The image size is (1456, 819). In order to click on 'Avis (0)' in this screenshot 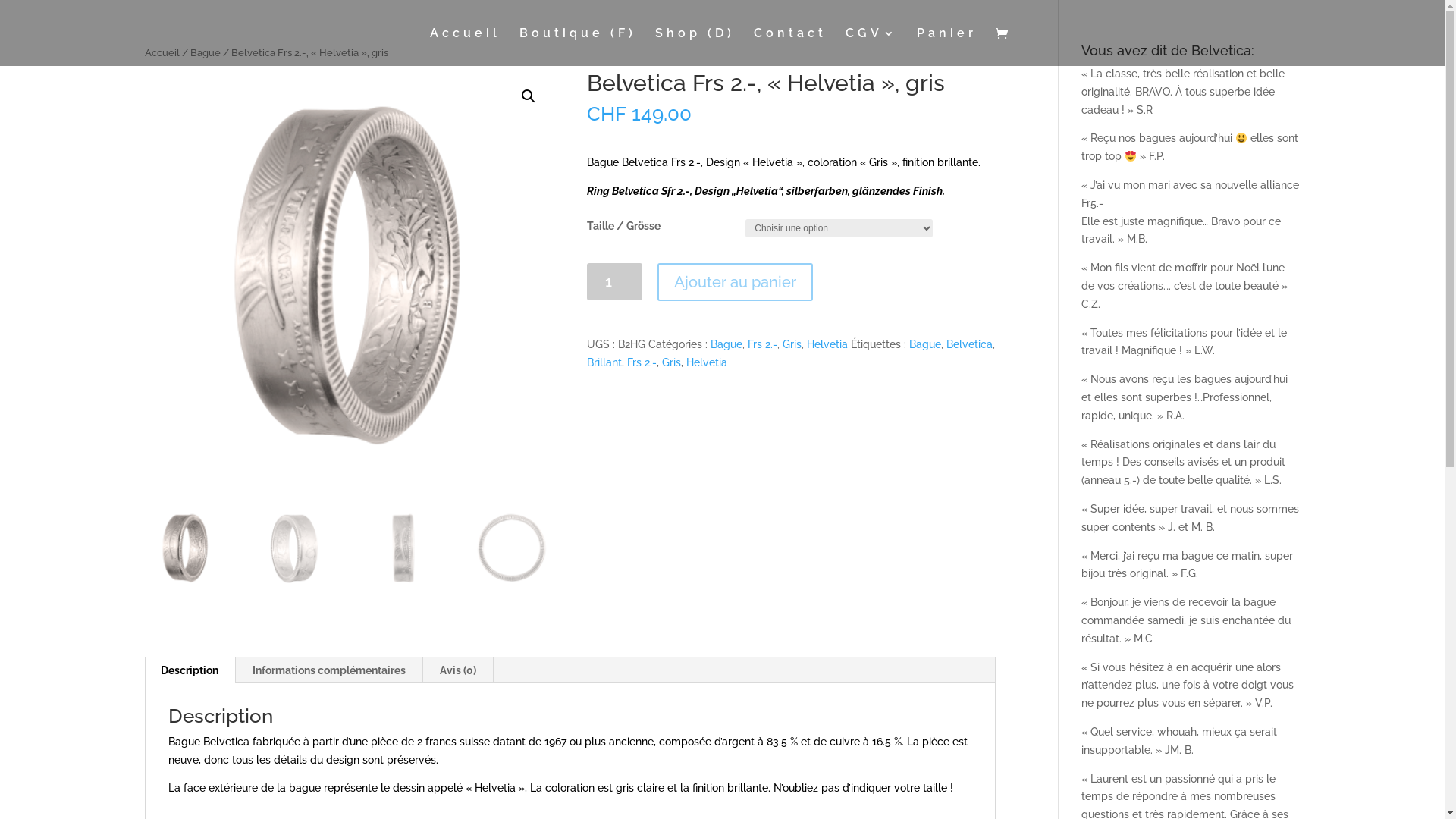, I will do `click(457, 669)`.